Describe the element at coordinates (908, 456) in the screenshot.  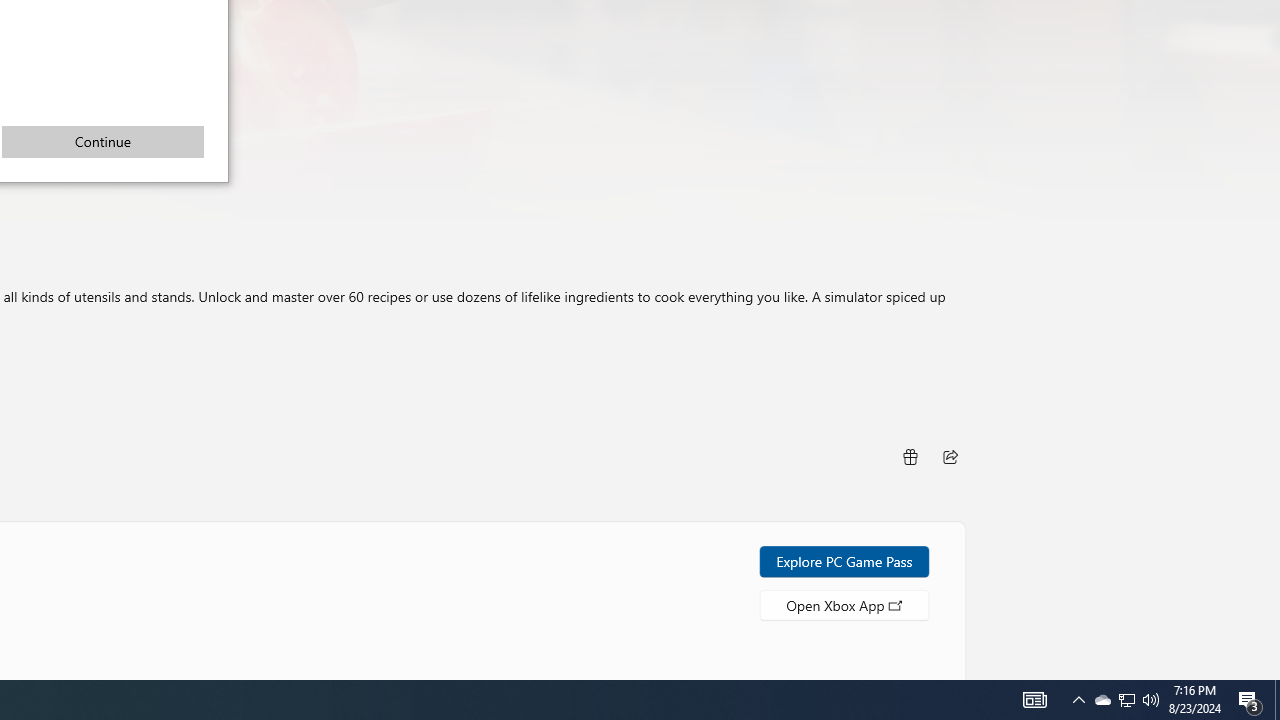
I see `'Buy as gift'` at that location.